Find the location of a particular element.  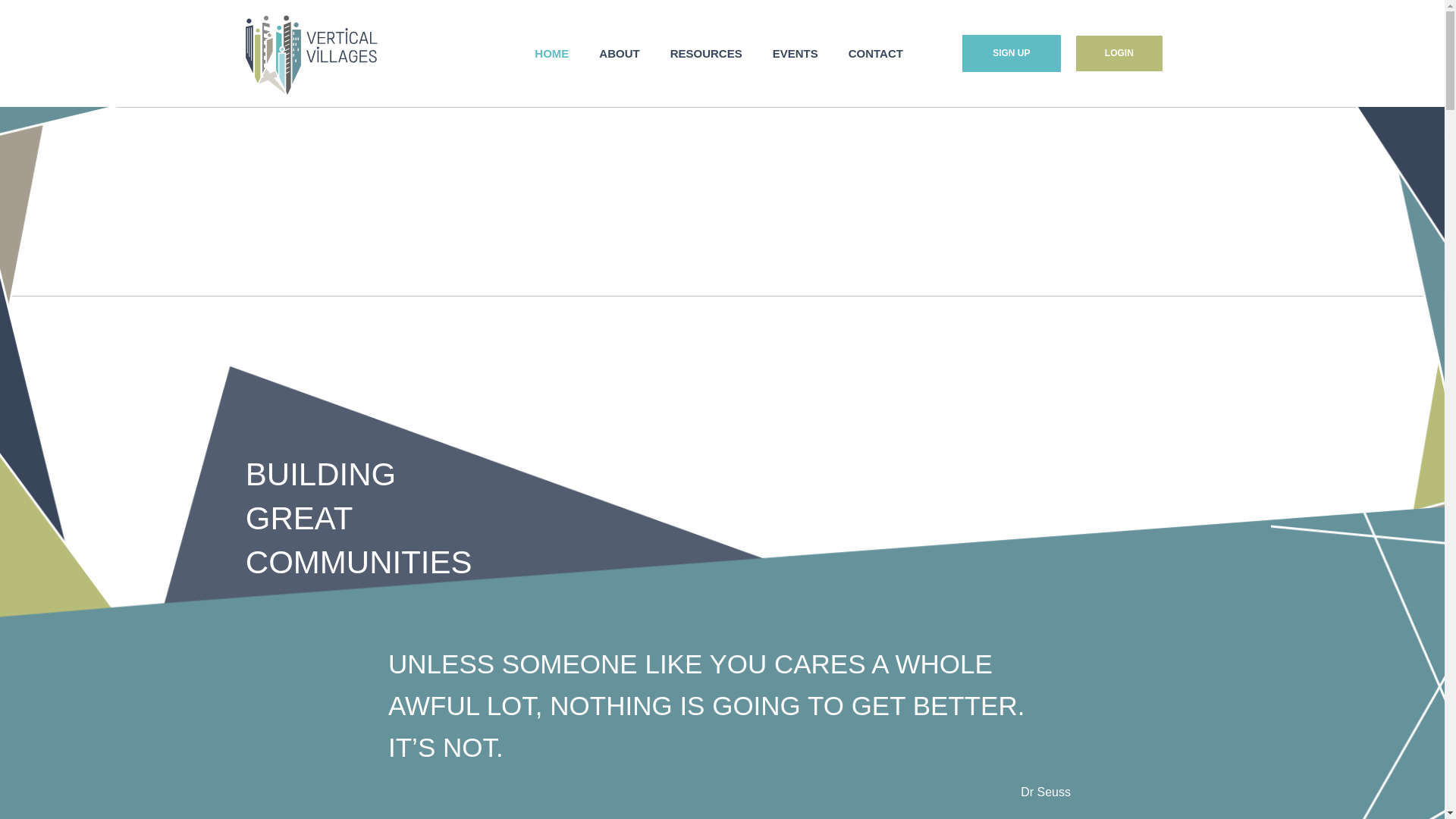

'SIGN UP' is located at coordinates (1012, 52).